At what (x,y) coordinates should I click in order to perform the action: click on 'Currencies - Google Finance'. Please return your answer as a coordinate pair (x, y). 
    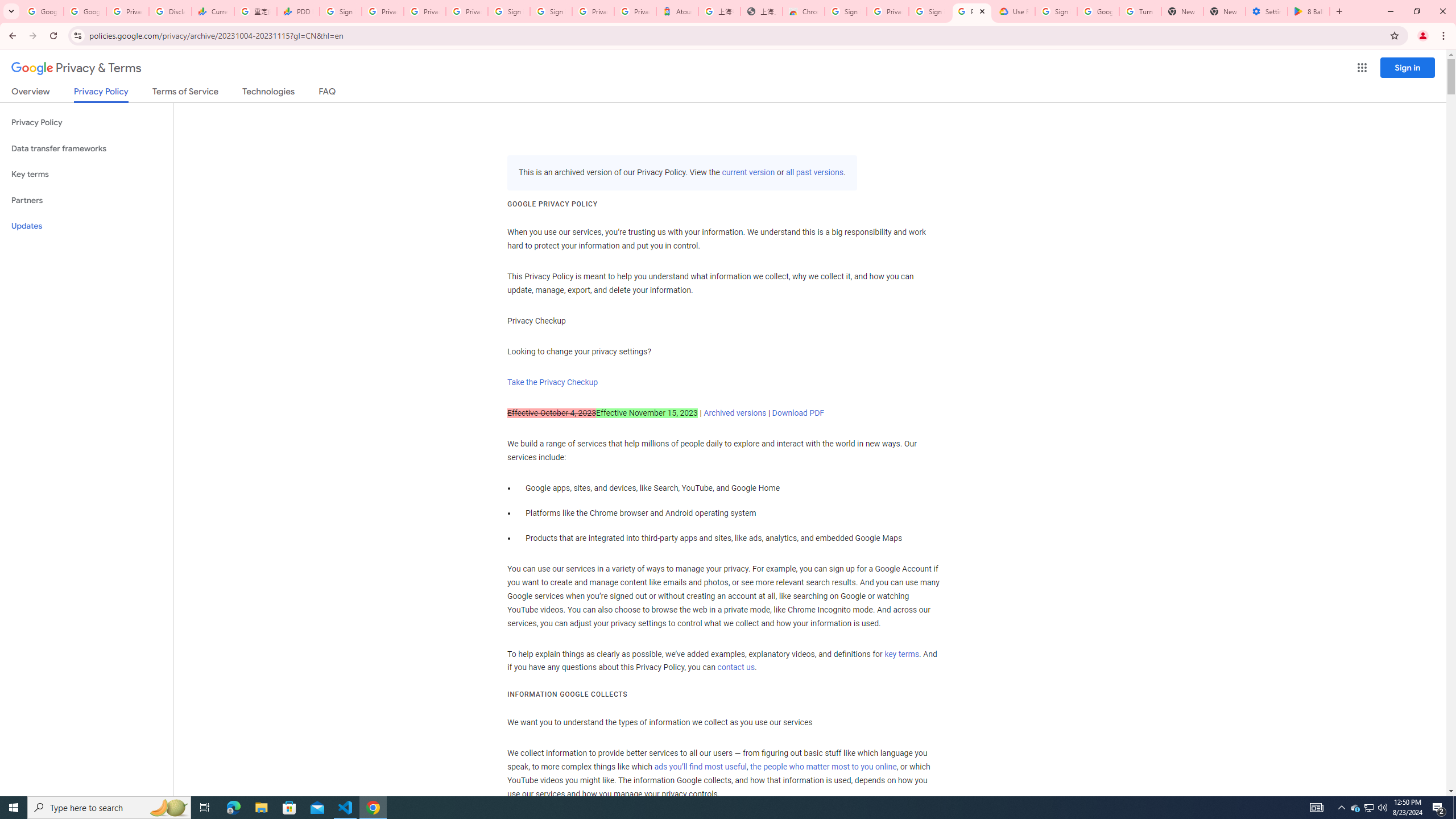
    Looking at the image, I should click on (212, 11).